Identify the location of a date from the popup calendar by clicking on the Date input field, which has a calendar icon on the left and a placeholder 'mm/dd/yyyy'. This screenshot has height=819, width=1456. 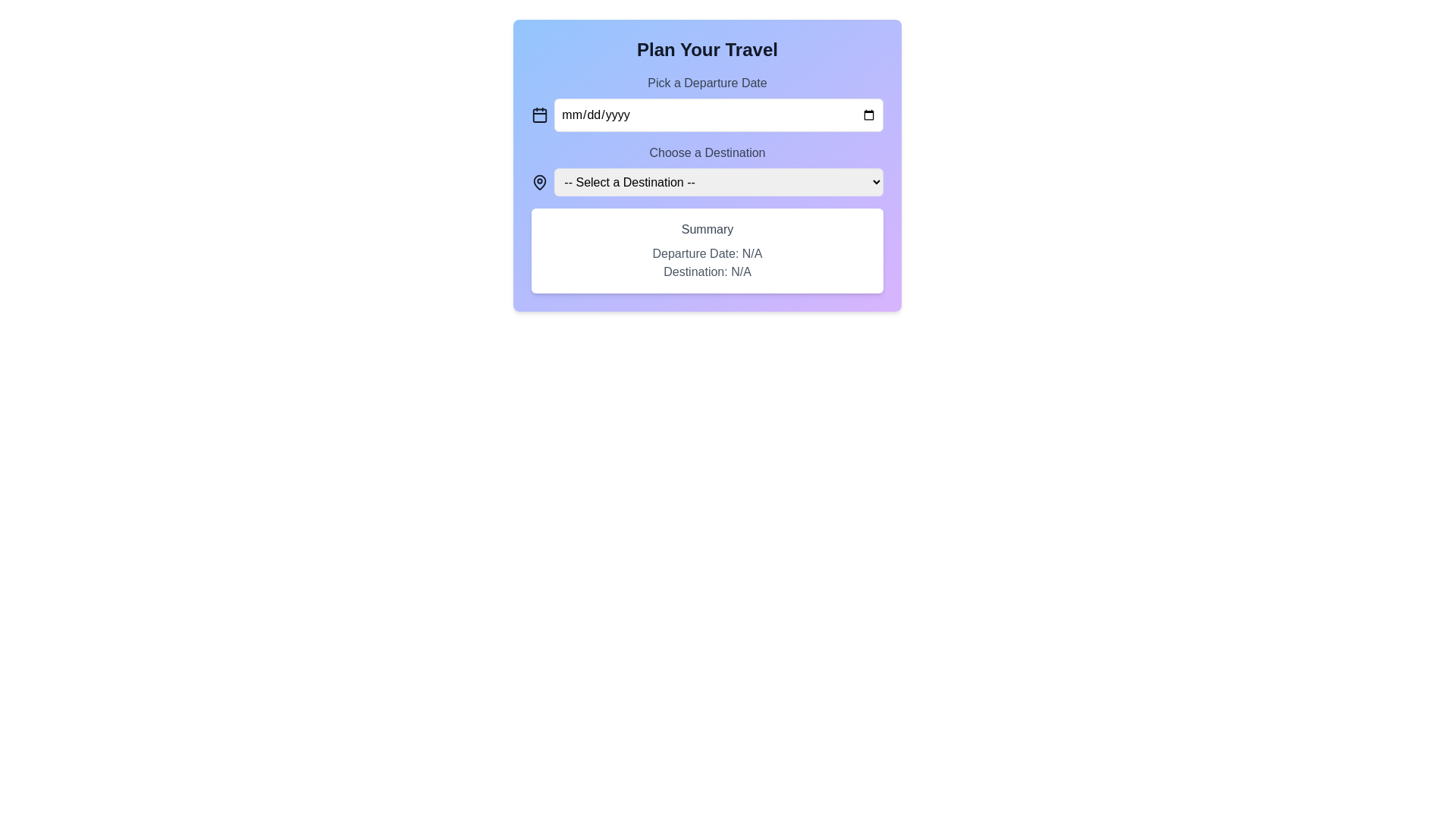
(706, 102).